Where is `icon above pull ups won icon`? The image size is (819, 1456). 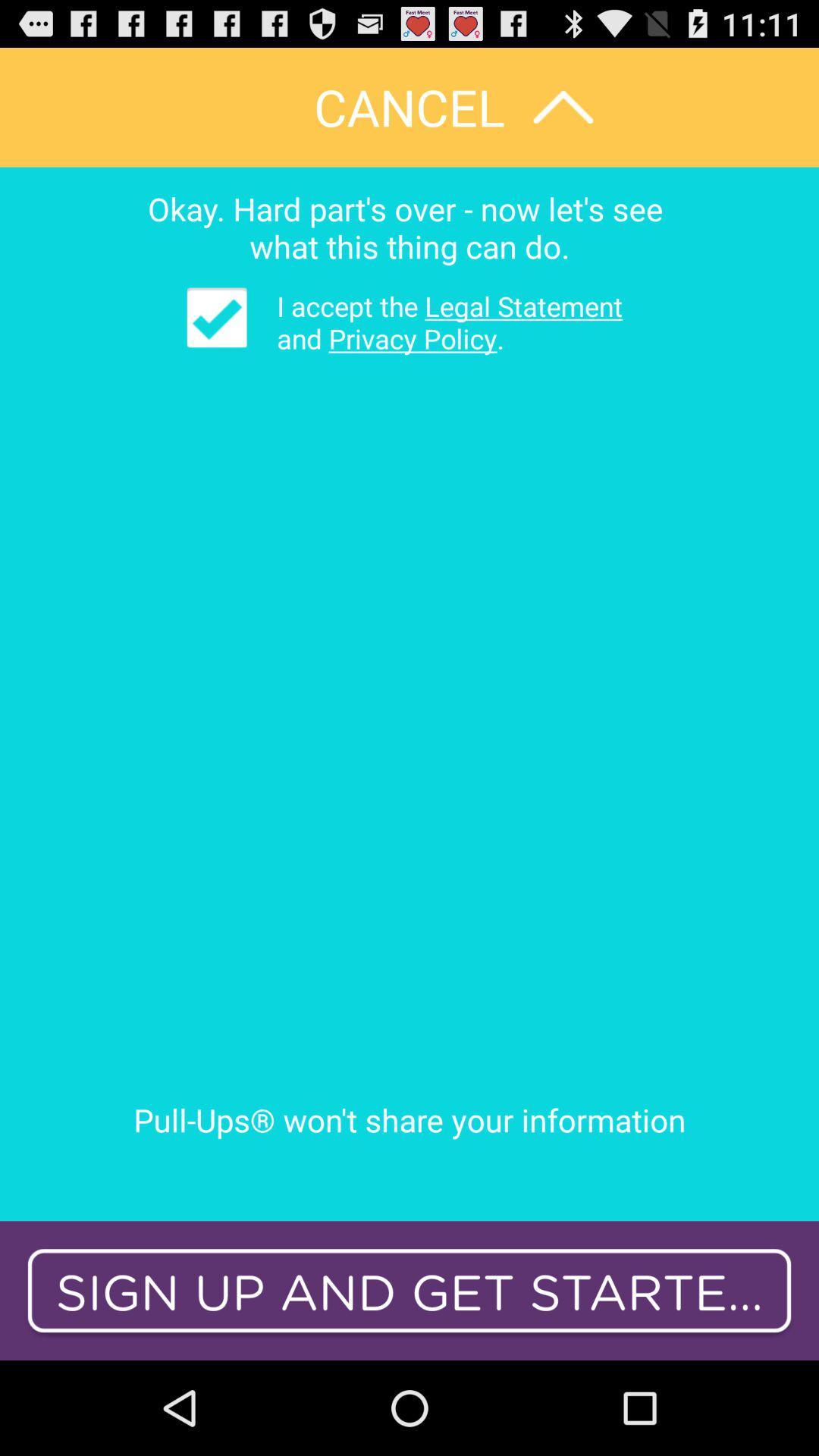 icon above pull ups won icon is located at coordinates (217, 316).